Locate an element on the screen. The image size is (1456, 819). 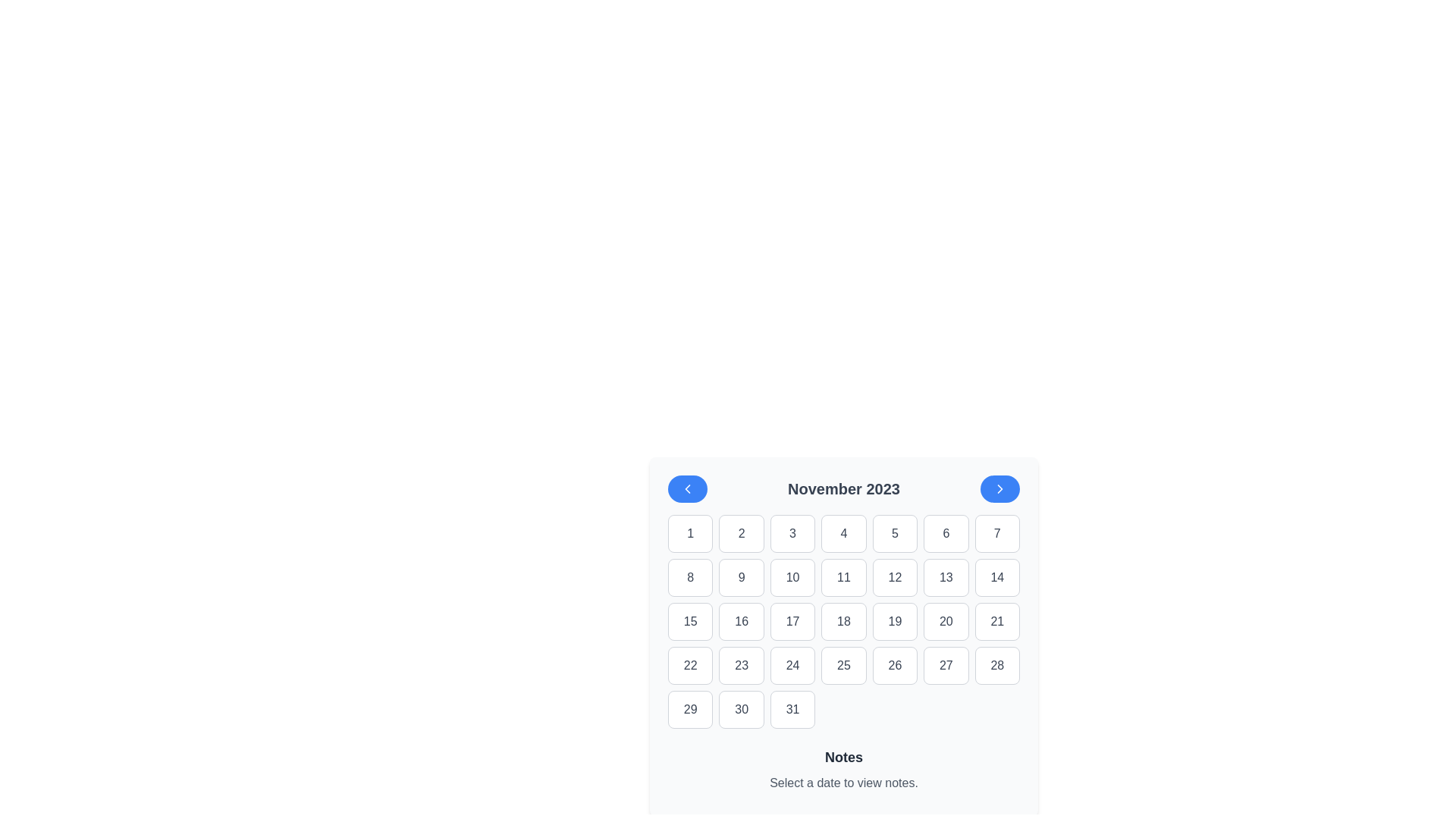
the button representing the 14th day of the month in the calendar interface is located at coordinates (997, 578).